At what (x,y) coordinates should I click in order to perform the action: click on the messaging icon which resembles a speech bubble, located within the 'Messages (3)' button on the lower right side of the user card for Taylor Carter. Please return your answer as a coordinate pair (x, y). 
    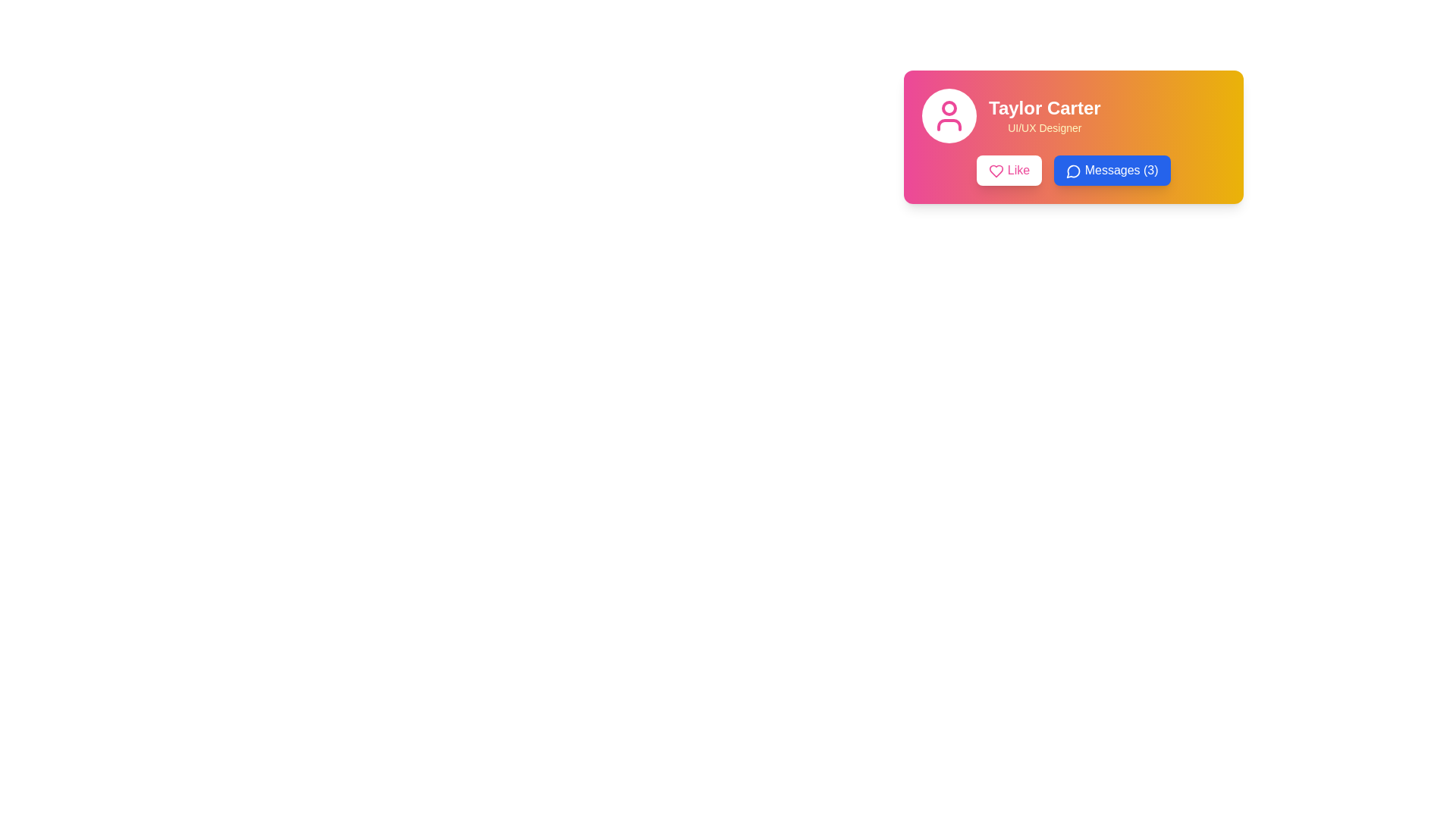
    Looking at the image, I should click on (1072, 171).